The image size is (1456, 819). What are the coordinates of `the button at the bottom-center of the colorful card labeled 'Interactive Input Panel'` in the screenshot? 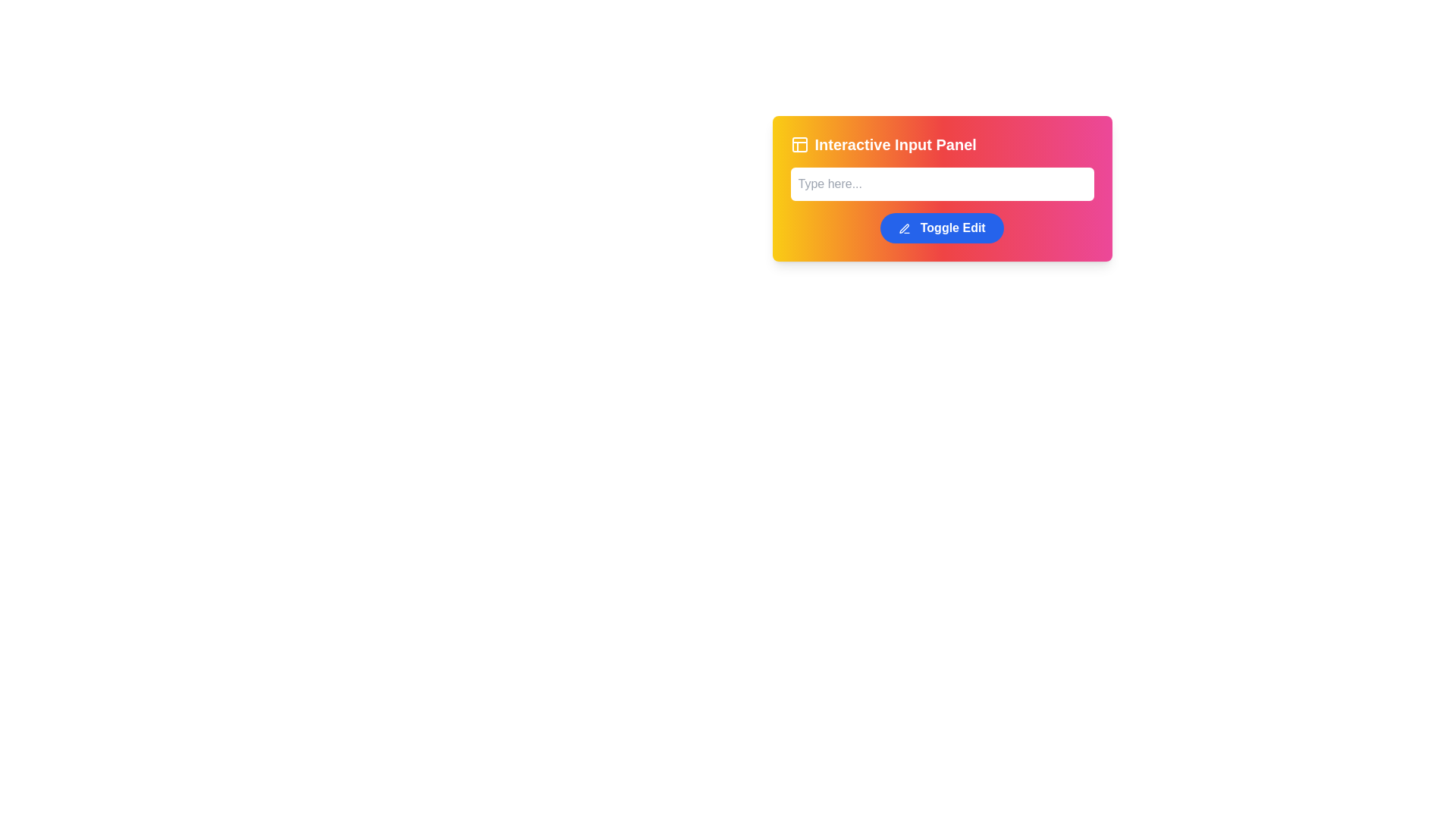 It's located at (941, 227).